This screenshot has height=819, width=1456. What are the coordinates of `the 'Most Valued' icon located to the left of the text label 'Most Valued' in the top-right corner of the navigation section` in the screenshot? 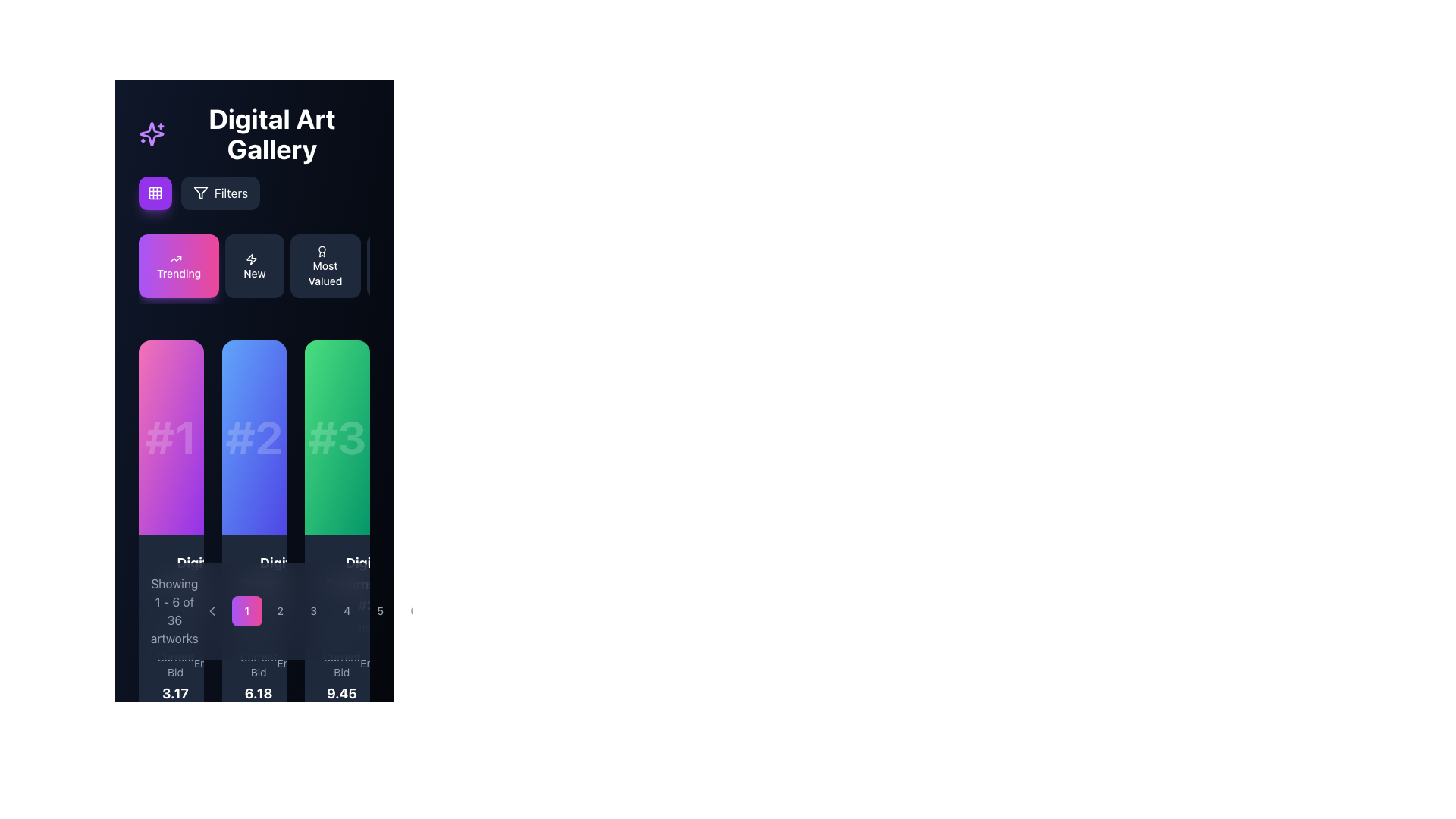 It's located at (322, 251).